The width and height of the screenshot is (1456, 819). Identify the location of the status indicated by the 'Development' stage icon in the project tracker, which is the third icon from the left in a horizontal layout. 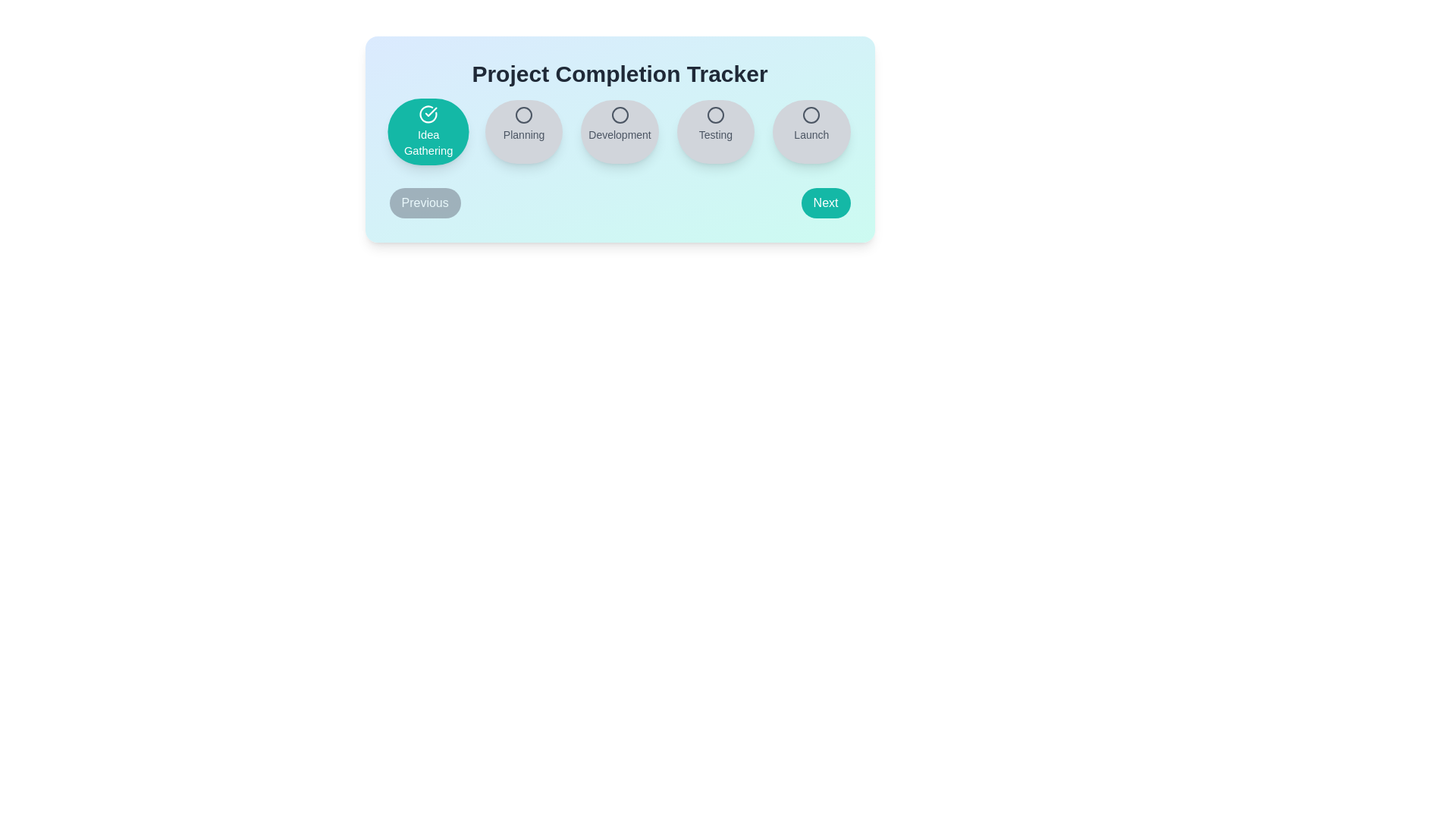
(620, 114).